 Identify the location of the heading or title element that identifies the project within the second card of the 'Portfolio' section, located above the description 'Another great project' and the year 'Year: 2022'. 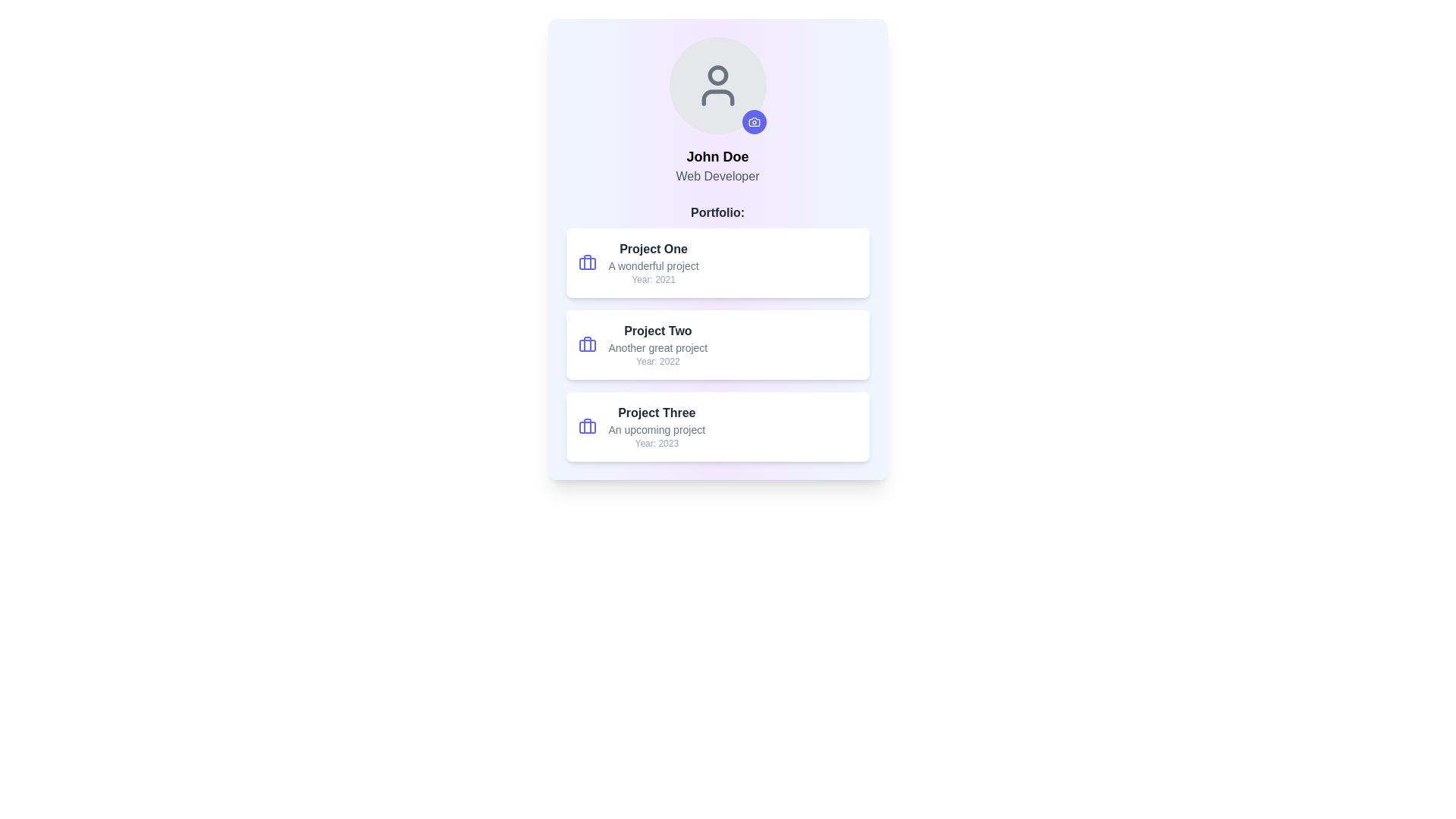
(657, 330).